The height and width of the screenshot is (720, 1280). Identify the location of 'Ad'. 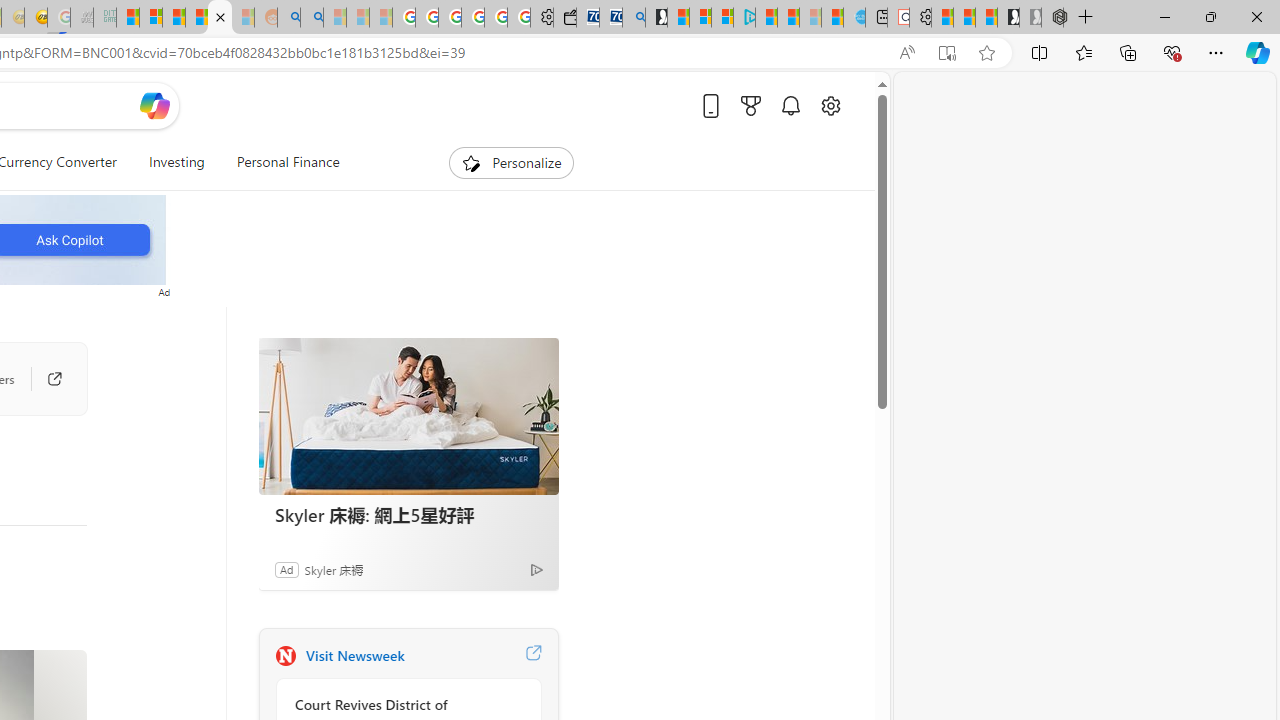
(285, 569).